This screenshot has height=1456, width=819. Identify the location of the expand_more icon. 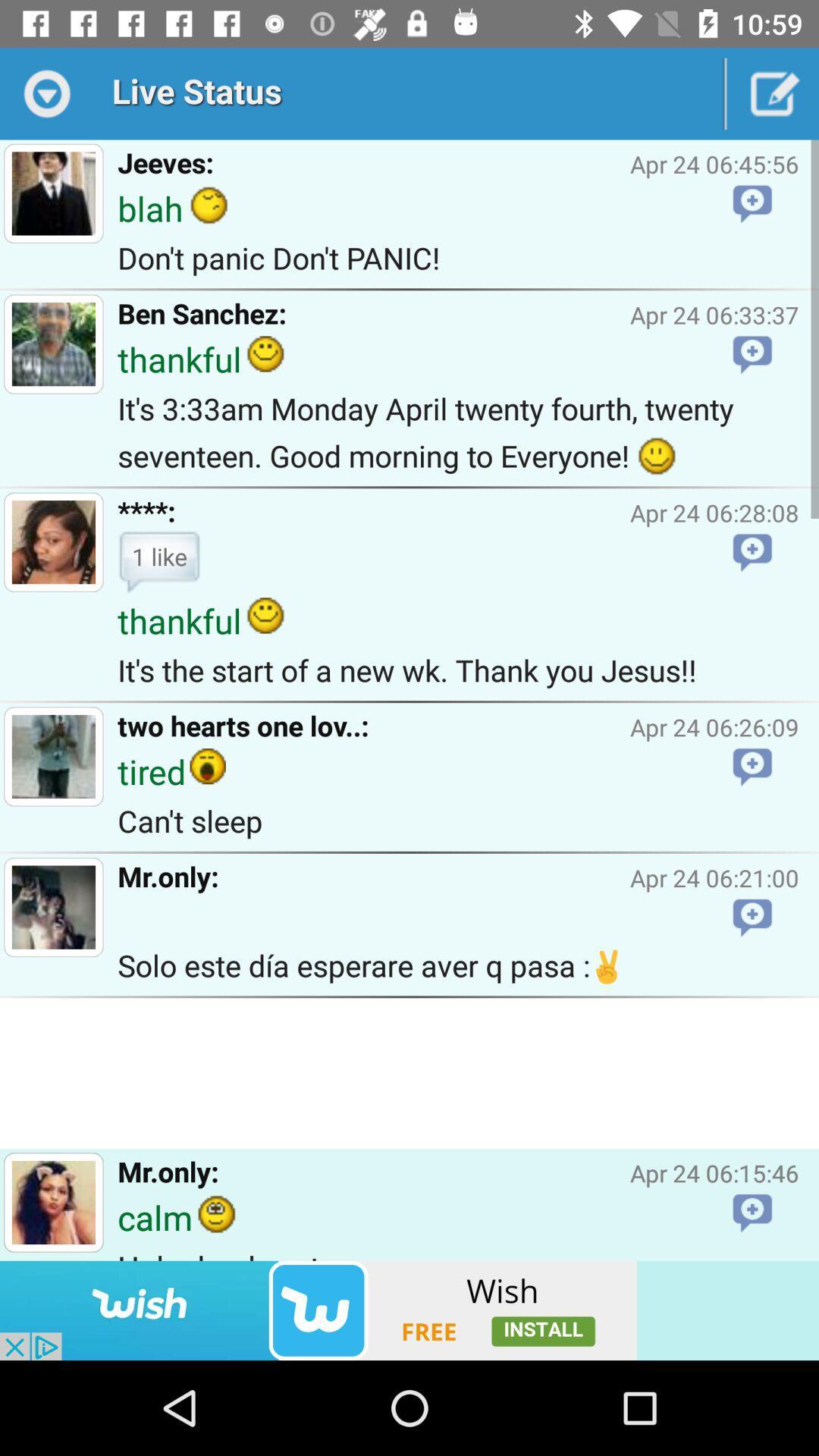
(45, 93).